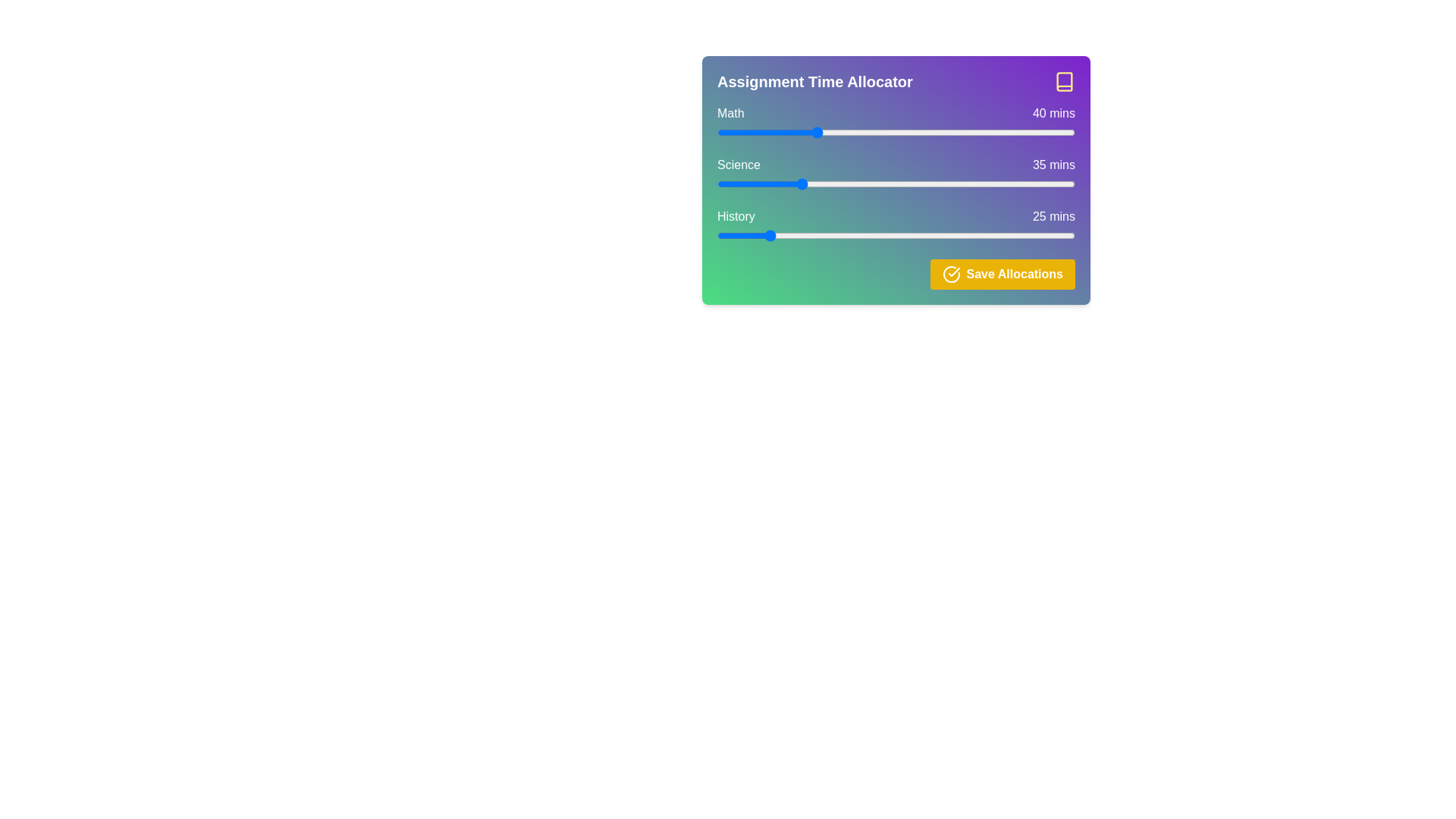 The width and height of the screenshot is (1456, 819). Describe the element at coordinates (1002, 275) in the screenshot. I see `the save button located at the bottom-right corner of the 'Assignment Time Allocator' interface` at that location.